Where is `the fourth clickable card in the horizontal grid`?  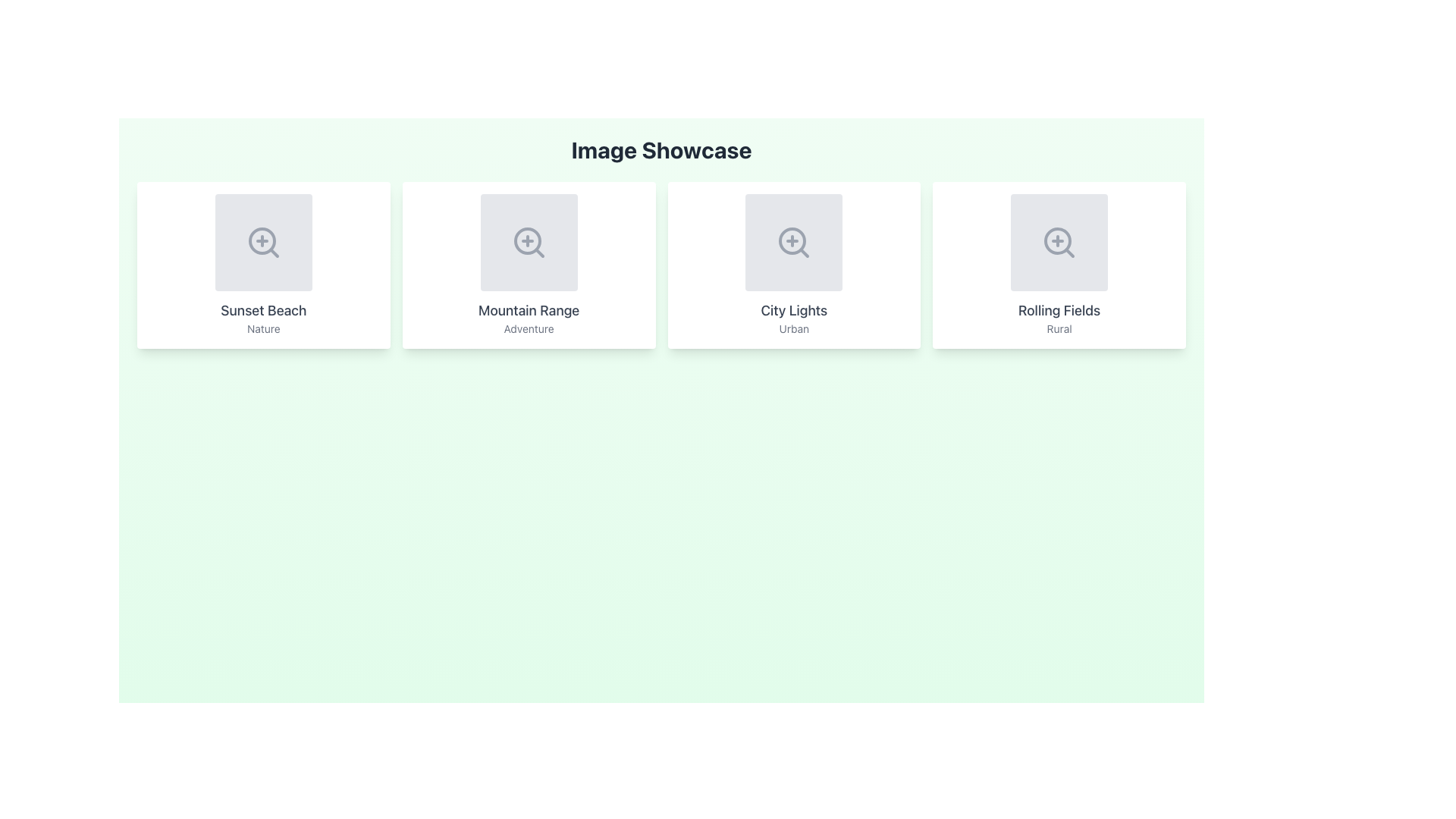 the fourth clickable card in the horizontal grid is located at coordinates (1059, 265).